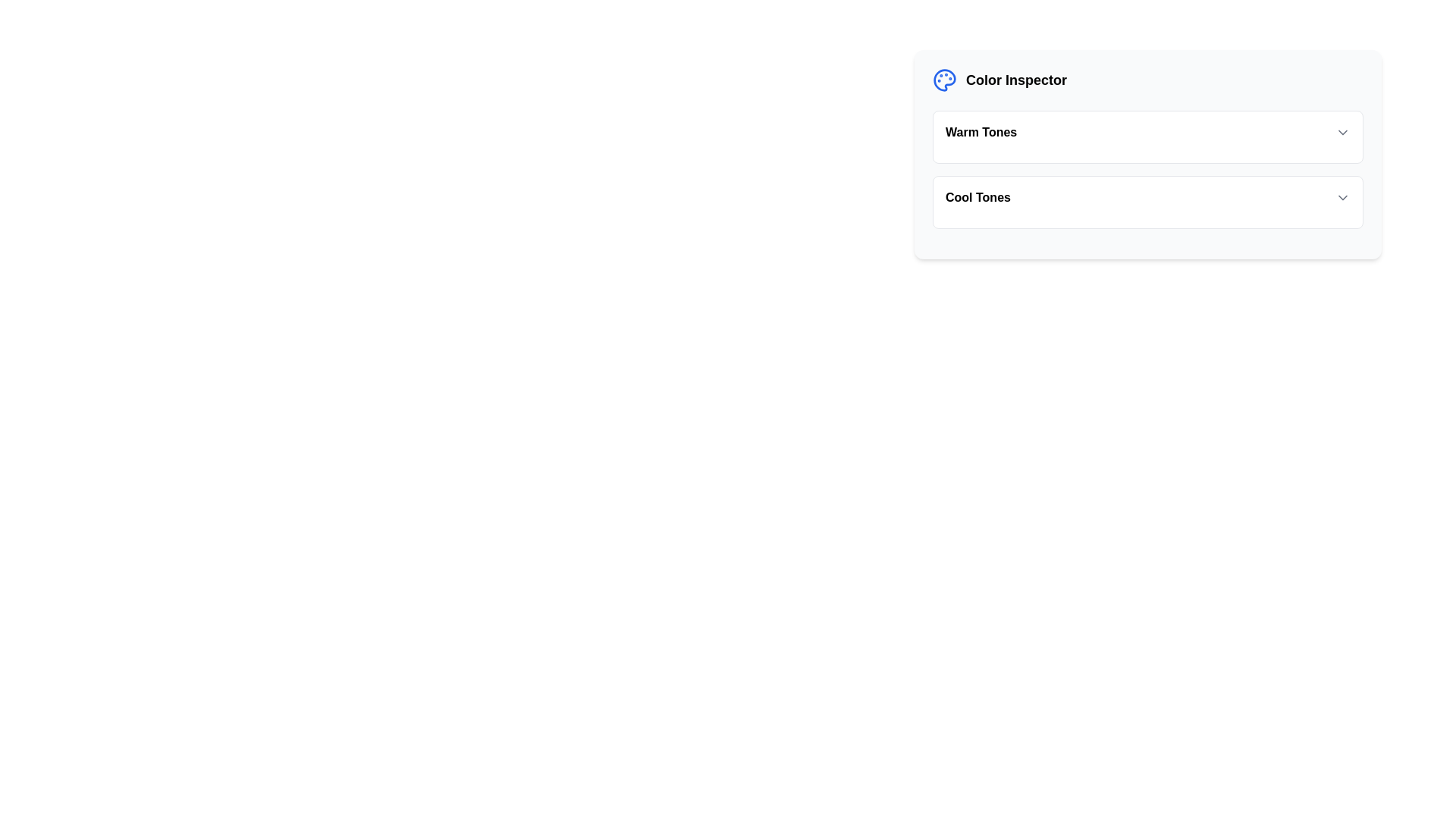 Image resolution: width=1456 pixels, height=819 pixels. Describe the element at coordinates (1147, 137) in the screenshot. I see `the dropdown menu for 'Warm Tones' to enable keyboard interaction` at that location.